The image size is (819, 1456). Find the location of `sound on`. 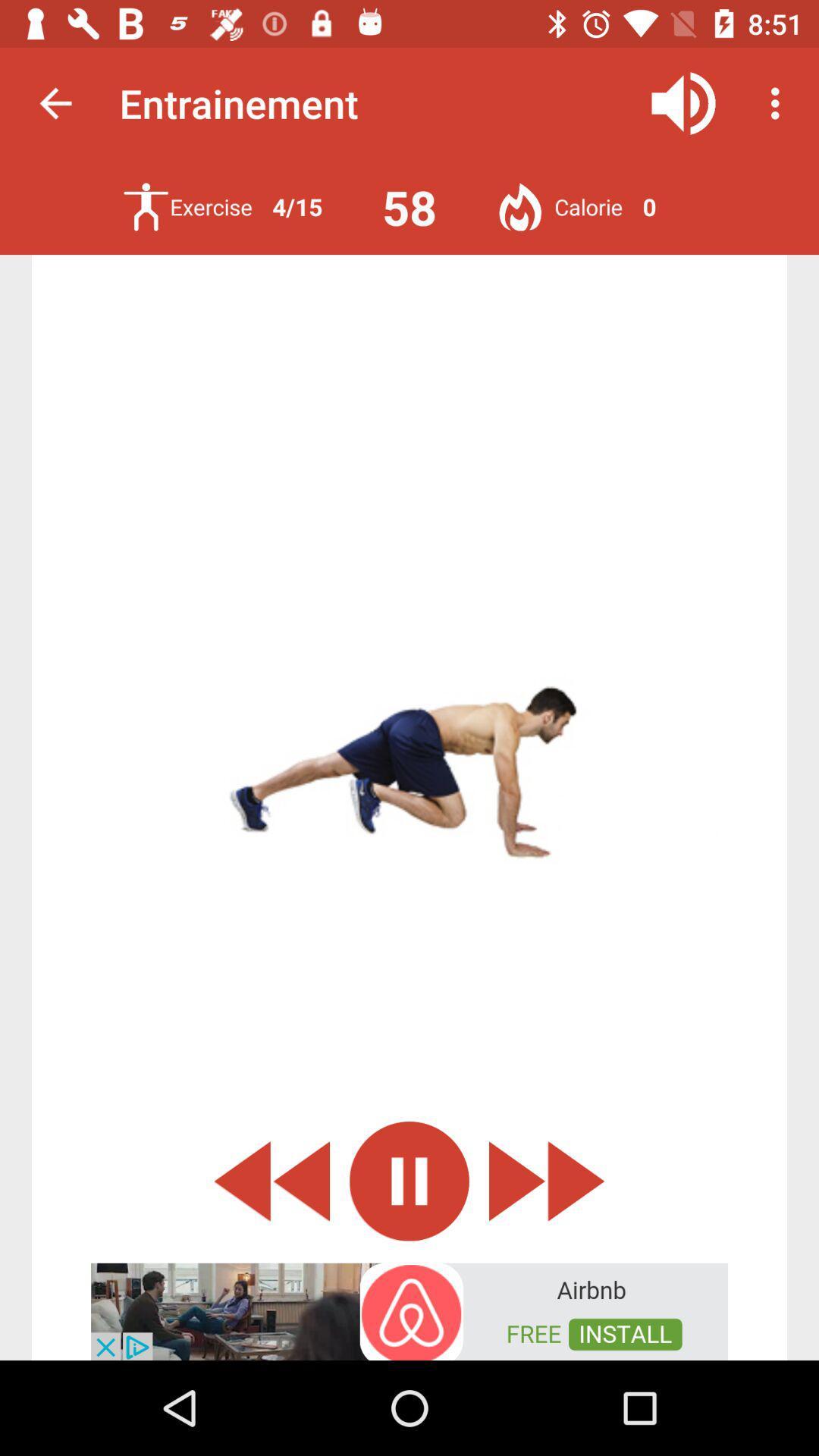

sound on is located at coordinates (683, 102).